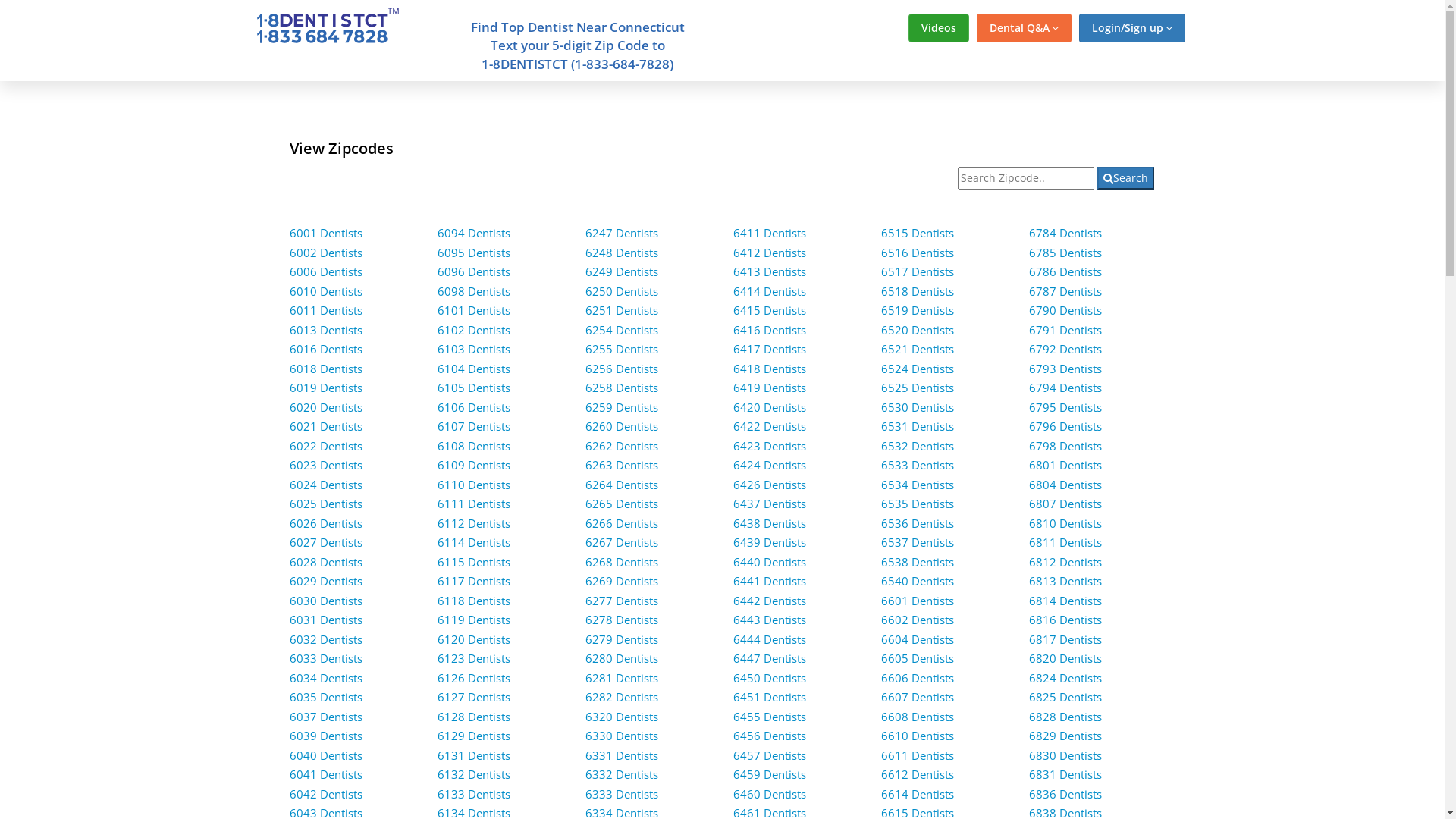  I want to click on '6103 Dentists', so click(472, 348).